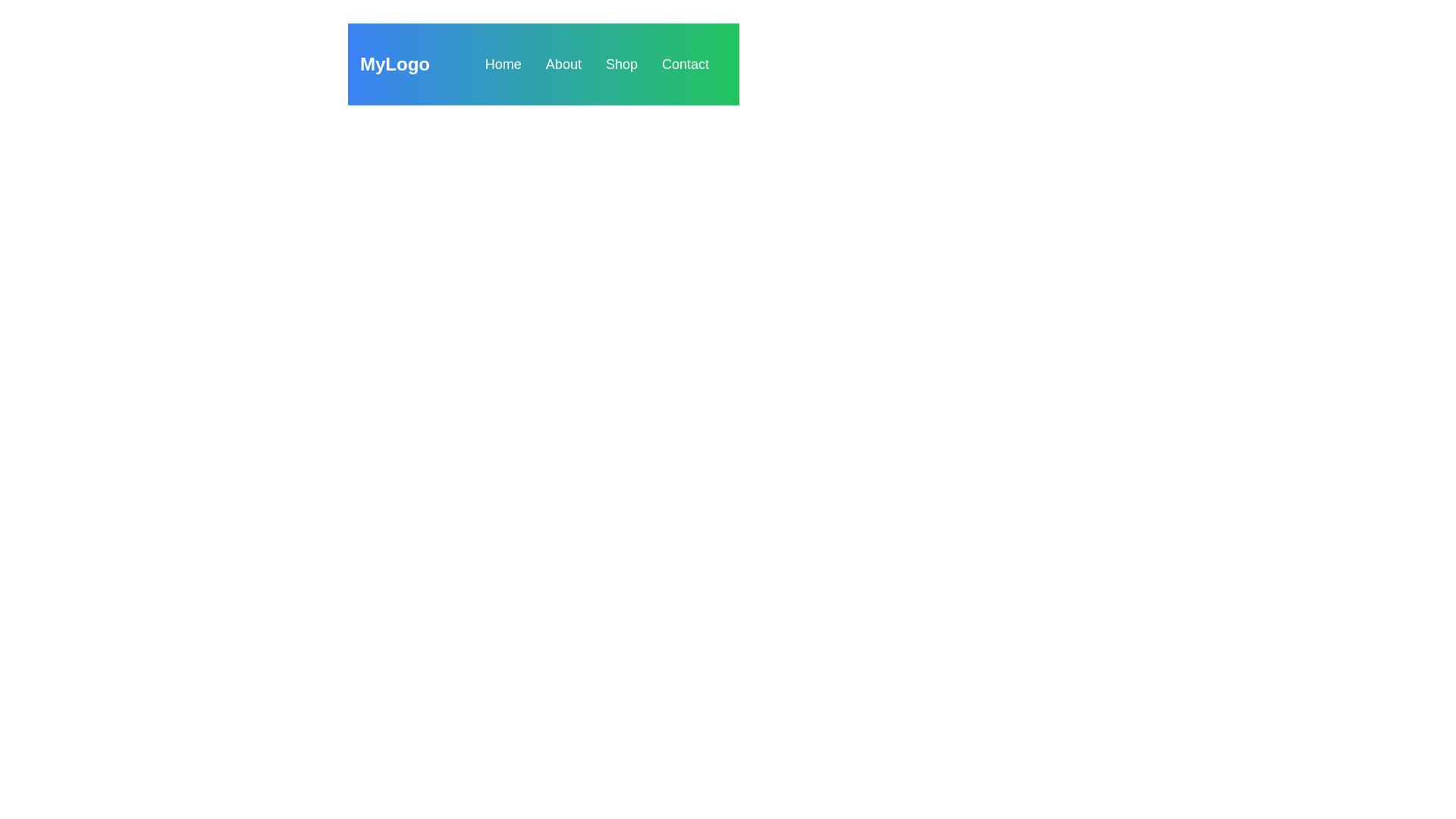 Image resolution: width=1456 pixels, height=819 pixels. I want to click on the 'Contact' hyperlink in the navigation bar to change its color to yellow, so click(684, 63).